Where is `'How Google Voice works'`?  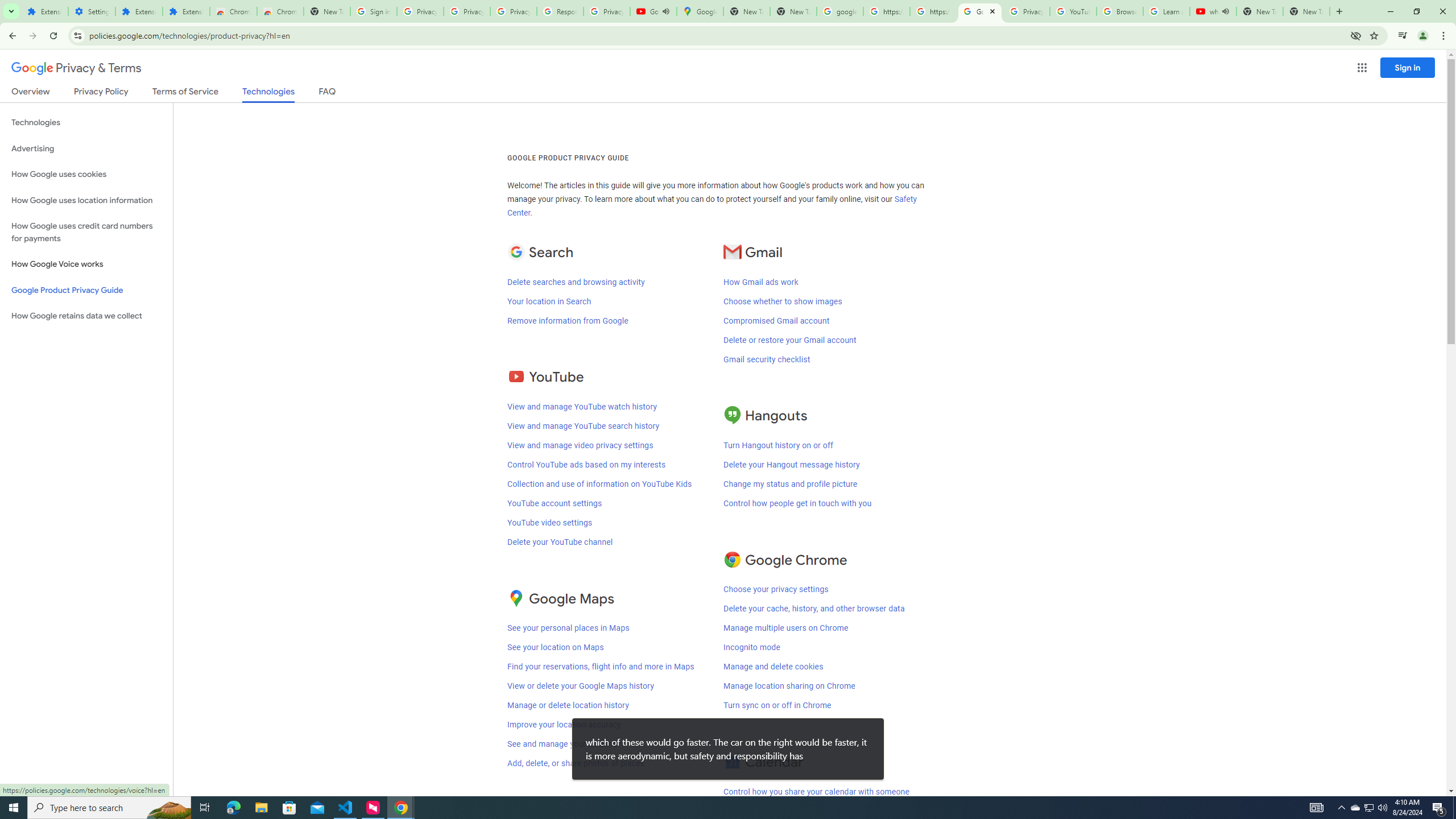
'How Google Voice works' is located at coordinates (86, 264).